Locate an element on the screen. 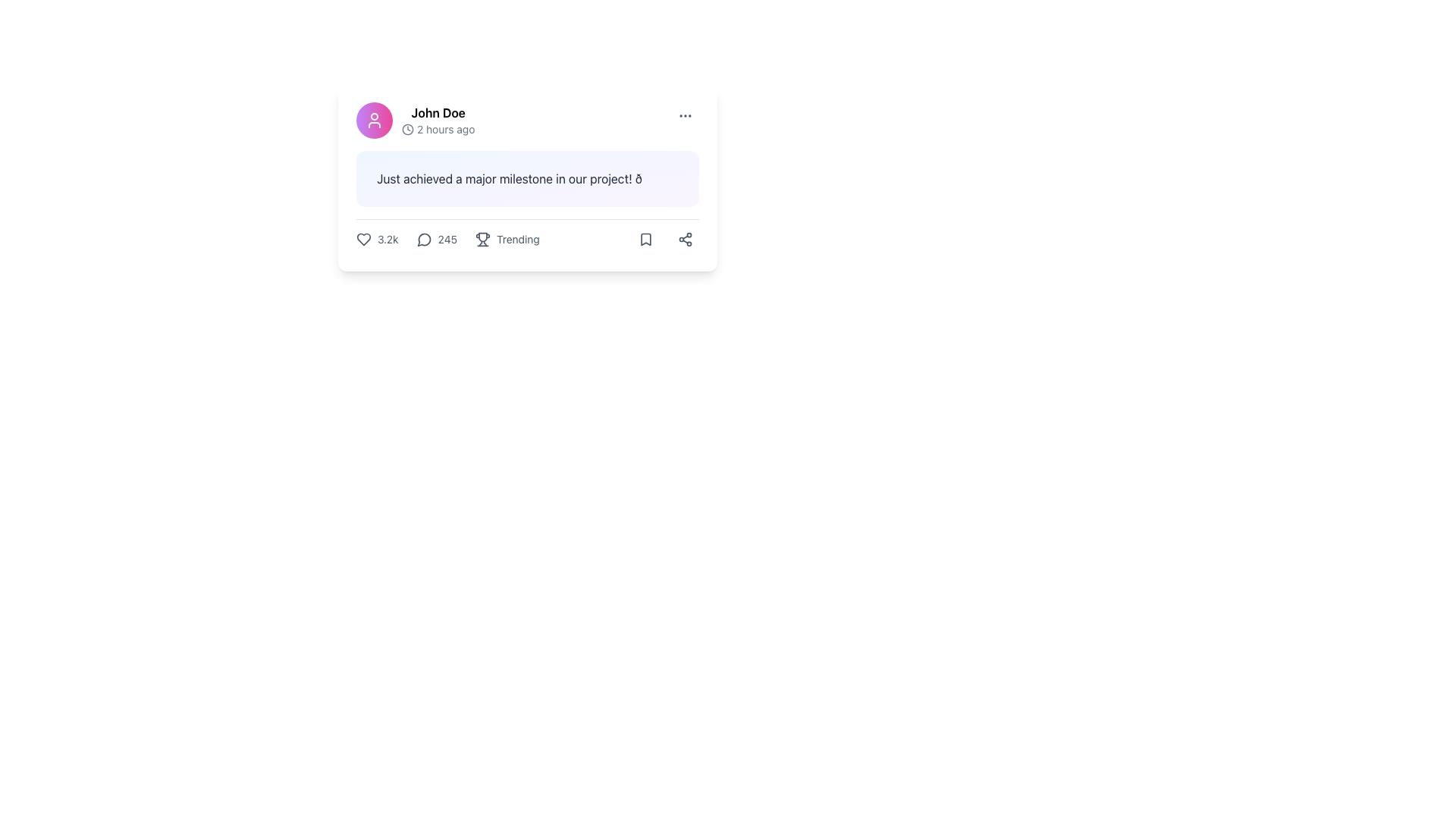 Image resolution: width=1456 pixels, height=819 pixels. the Text label indicating trending content, which is located in the bottom section of a content card, after the comment count and before the share button is located at coordinates (518, 239).